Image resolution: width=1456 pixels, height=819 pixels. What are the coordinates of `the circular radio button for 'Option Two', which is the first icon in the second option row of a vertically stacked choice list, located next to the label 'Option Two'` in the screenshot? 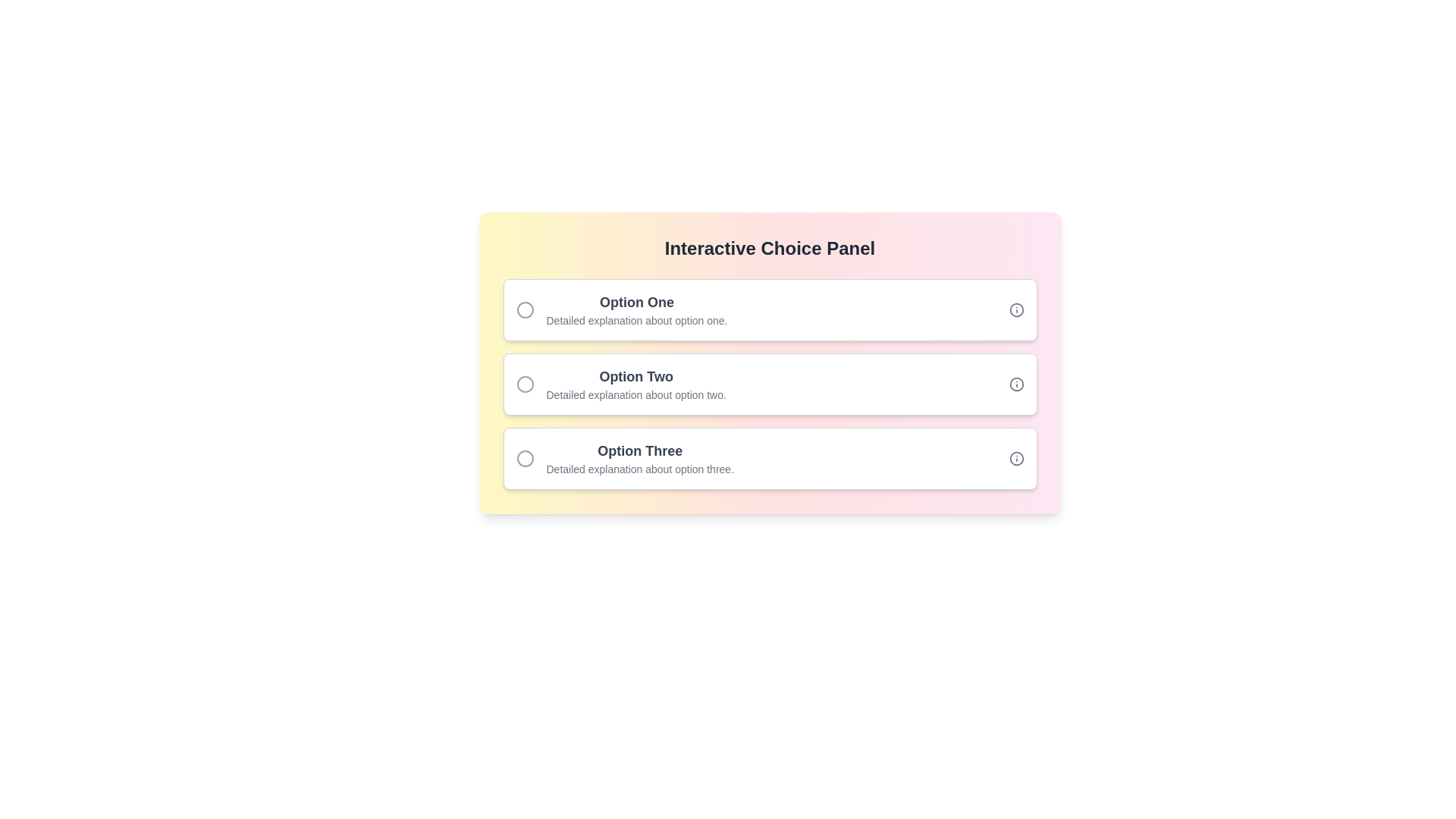 It's located at (525, 383).